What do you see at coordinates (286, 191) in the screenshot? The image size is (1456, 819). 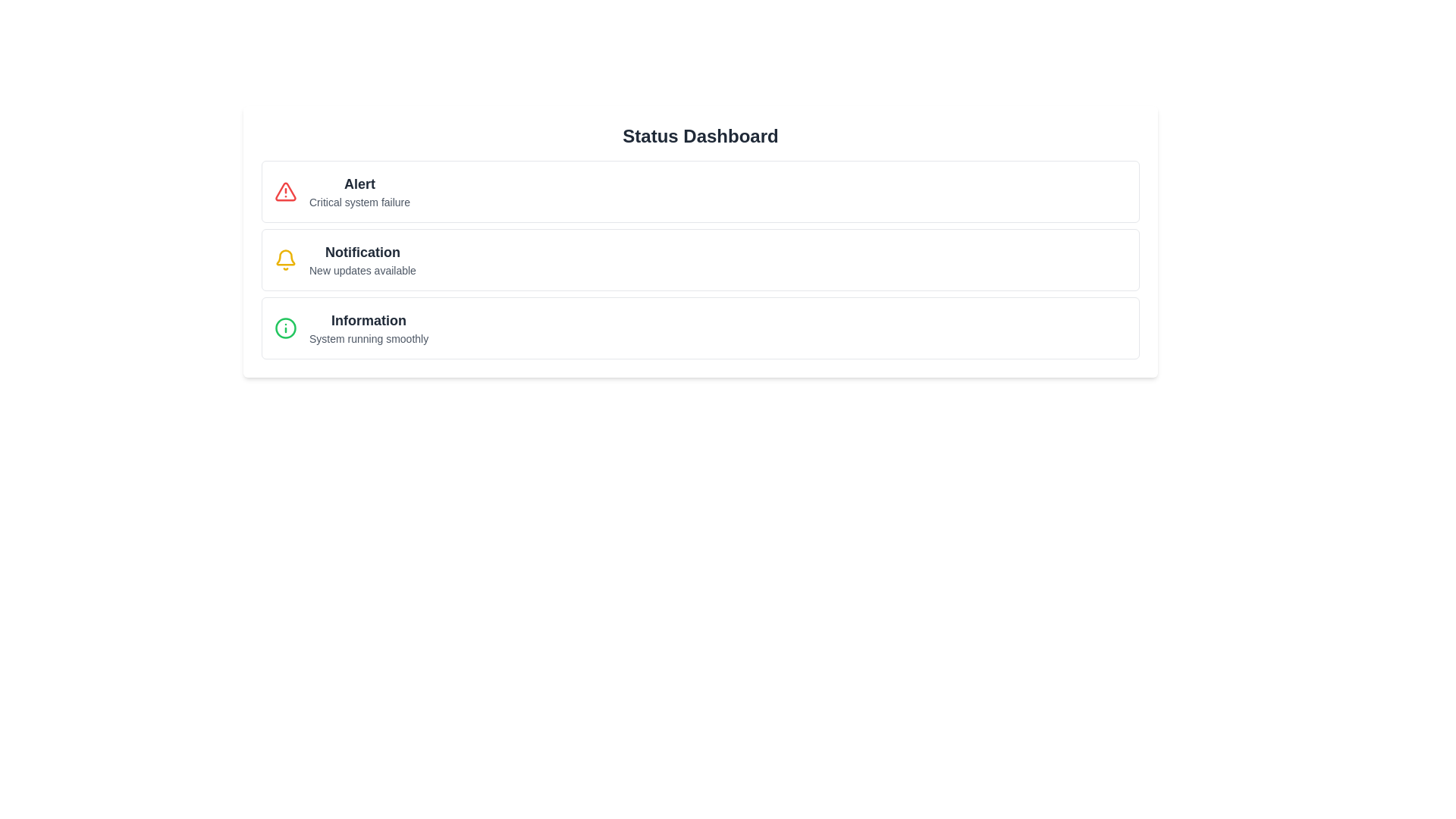 I see `the alert by interacting with the alert indicator icon located to the left of the title 'Alert' in the first entry of the notification list` at bounding box center [286, 191].